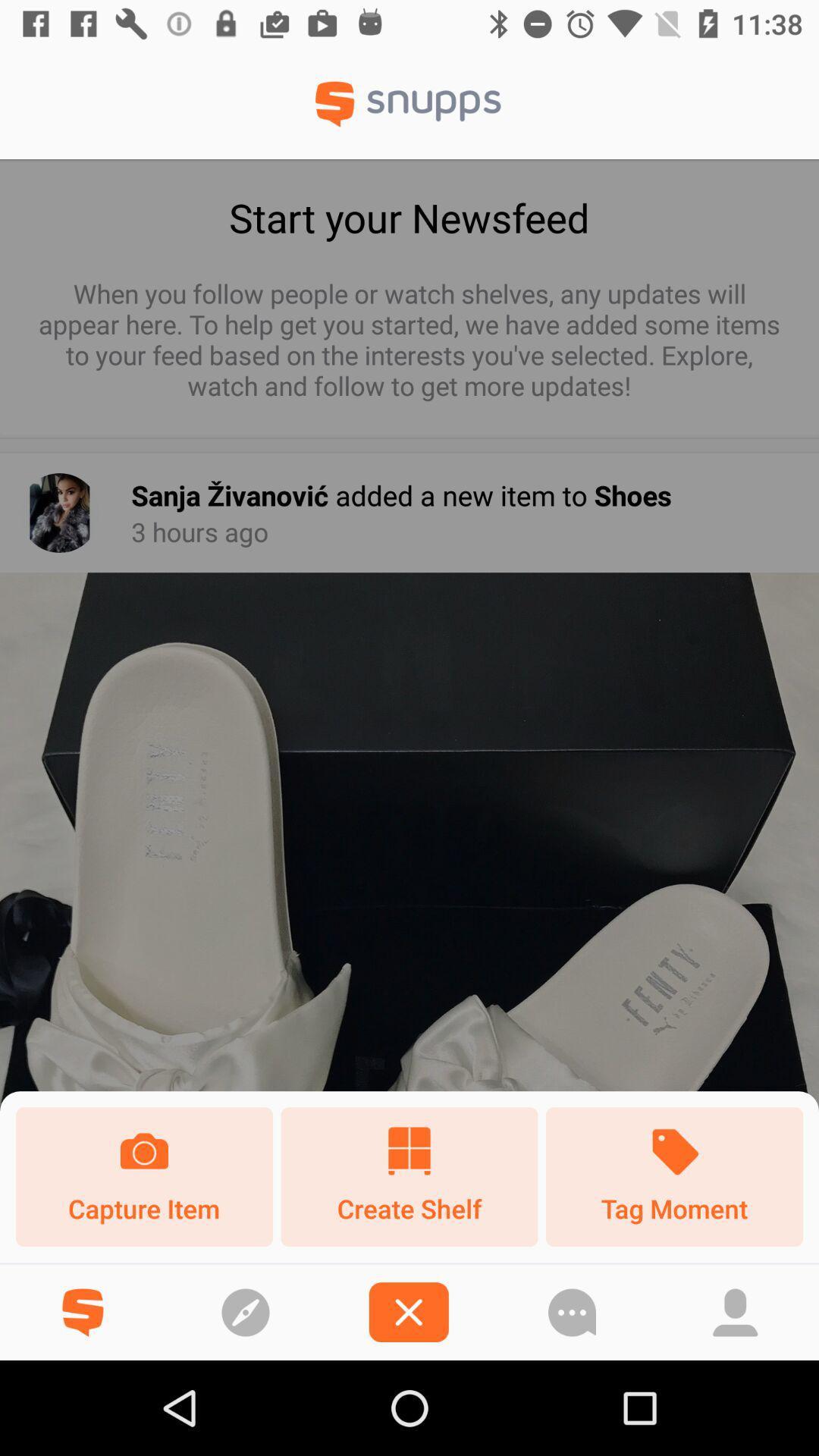  Describe the element at coordinates (408, 1311) in the screenshot. I see `app` at that location.